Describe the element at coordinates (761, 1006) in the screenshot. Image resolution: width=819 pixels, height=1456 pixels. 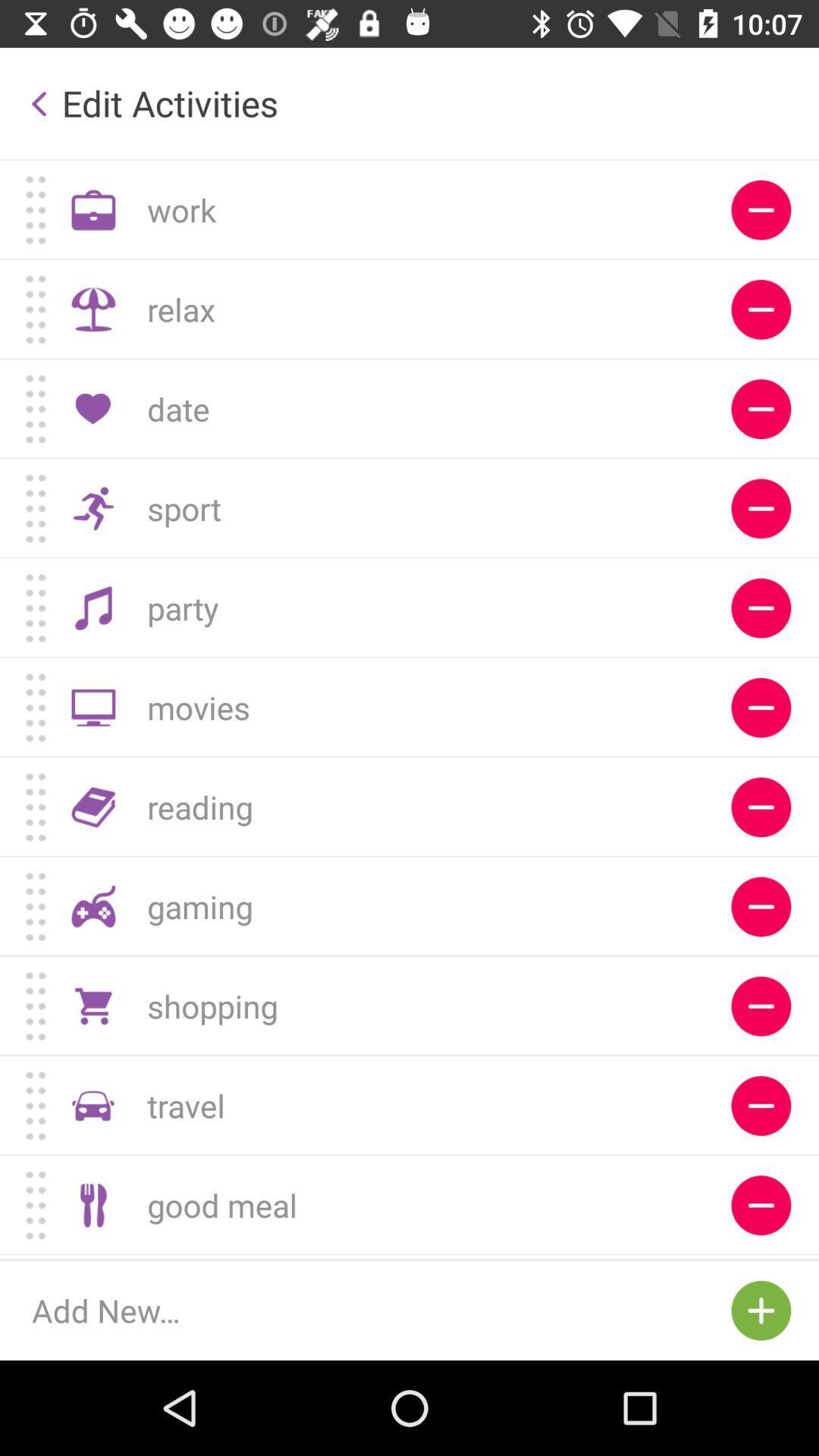
I see `enable the option` at that location.